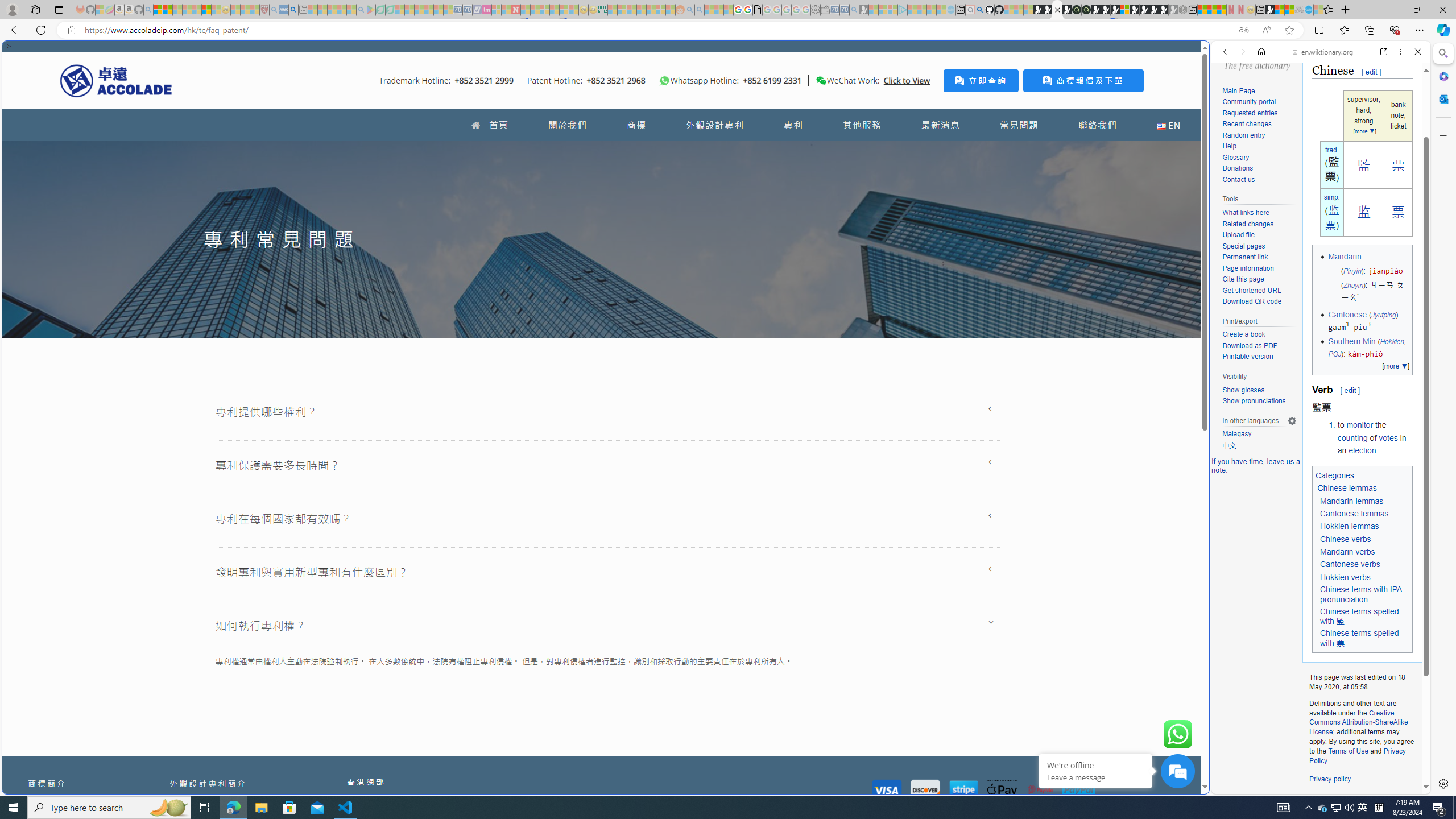 Image resolution: width=1456 pixels, height=819 pixels. What do you see at coordinates (1259, 302) in the screenshot?
I see `'Download QR code'` at bounding box center [1259, 302].